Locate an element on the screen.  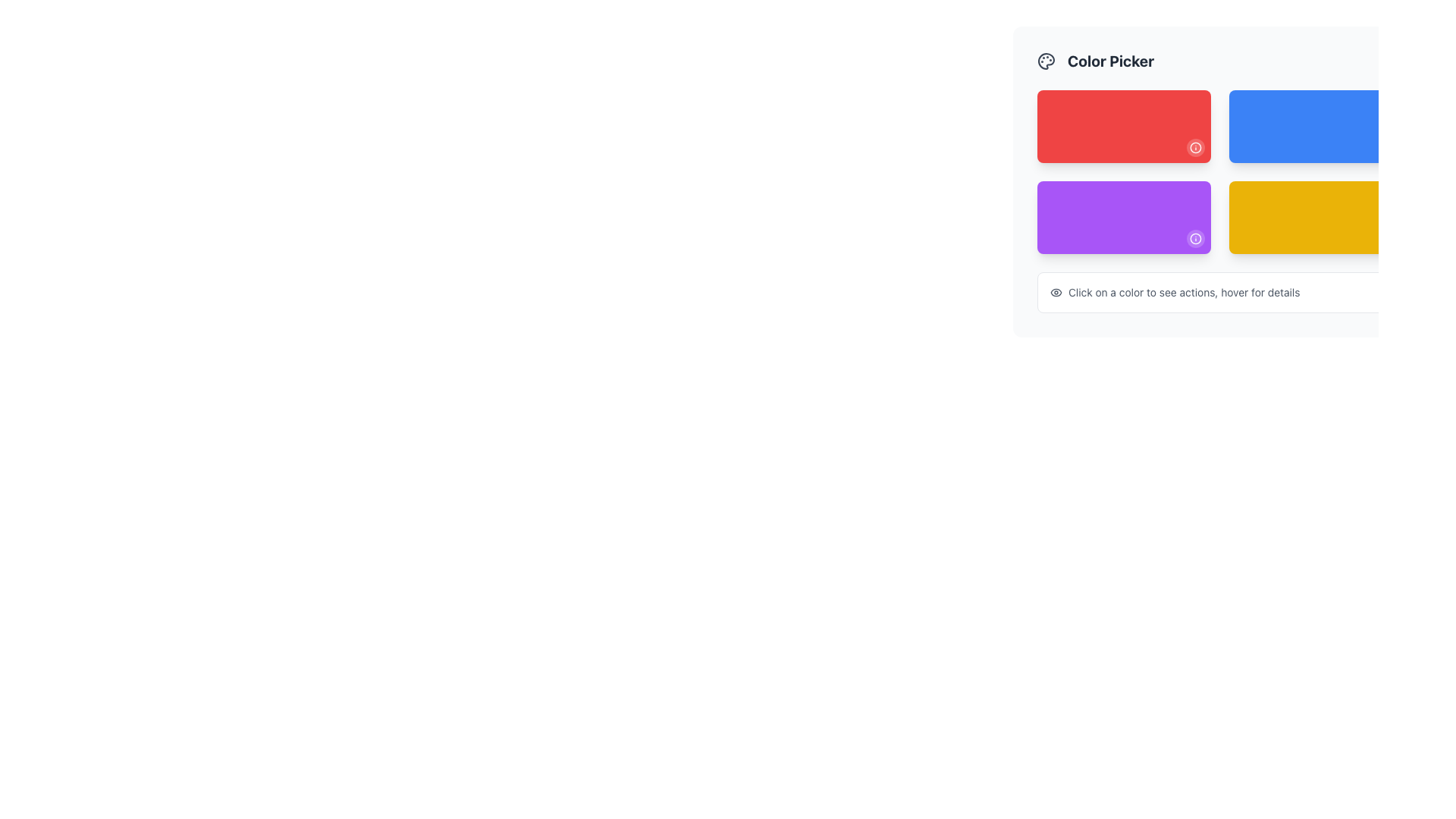
the icon located in the bottom-right corner of the purple rectangle in the color picker interface is located at coordinates (1195, 239).